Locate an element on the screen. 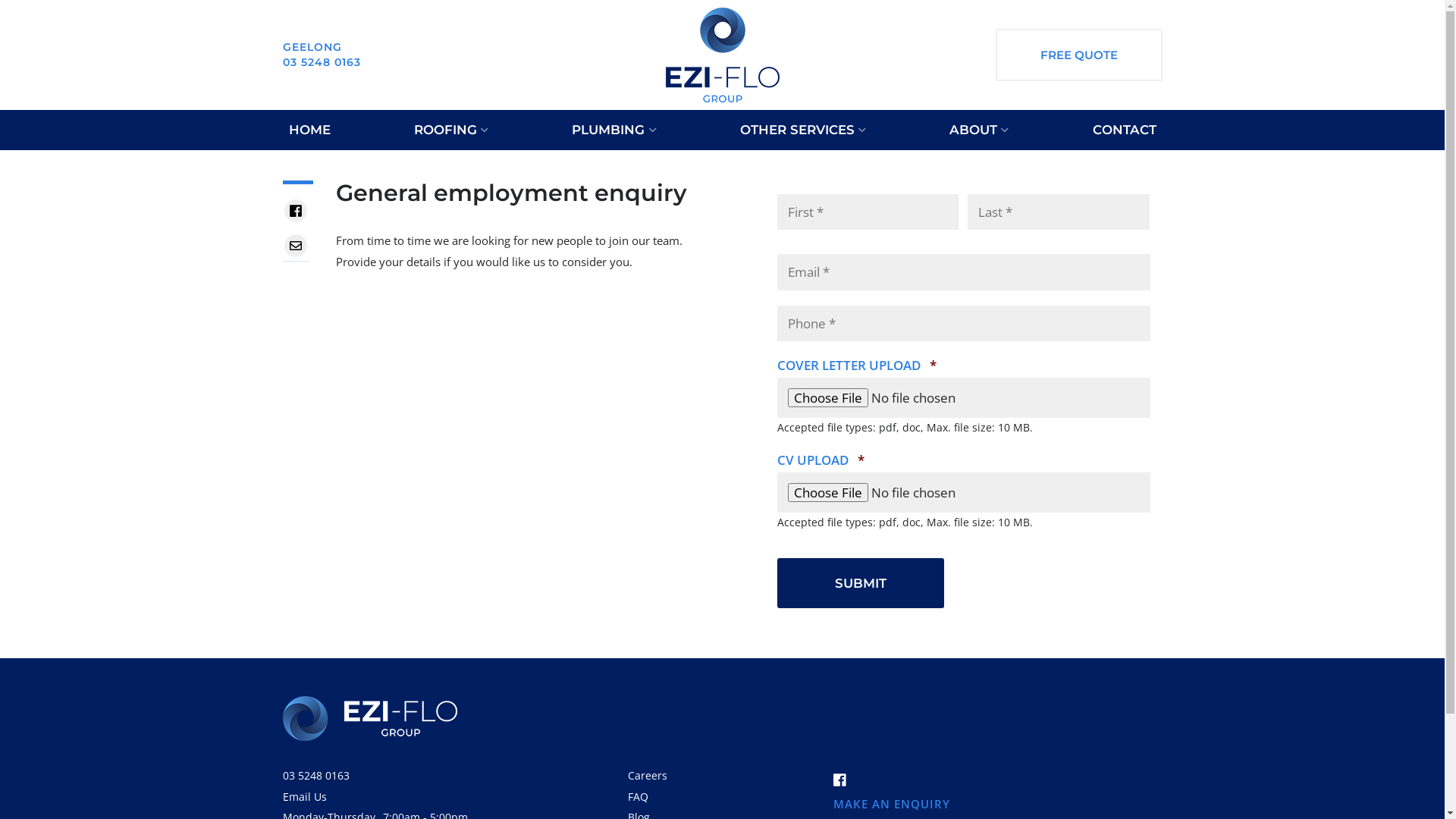 The width and height of the screenshot is (1456, 819). 'FREE QUOTE' is located at coordinates (1077, 54).